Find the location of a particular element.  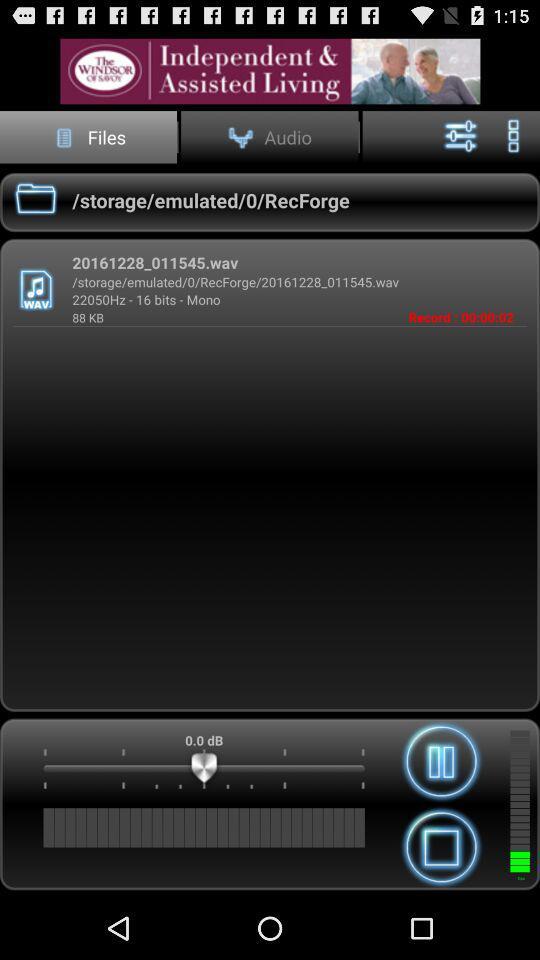

more info about an advertisement is located at coordinates (270, 71).